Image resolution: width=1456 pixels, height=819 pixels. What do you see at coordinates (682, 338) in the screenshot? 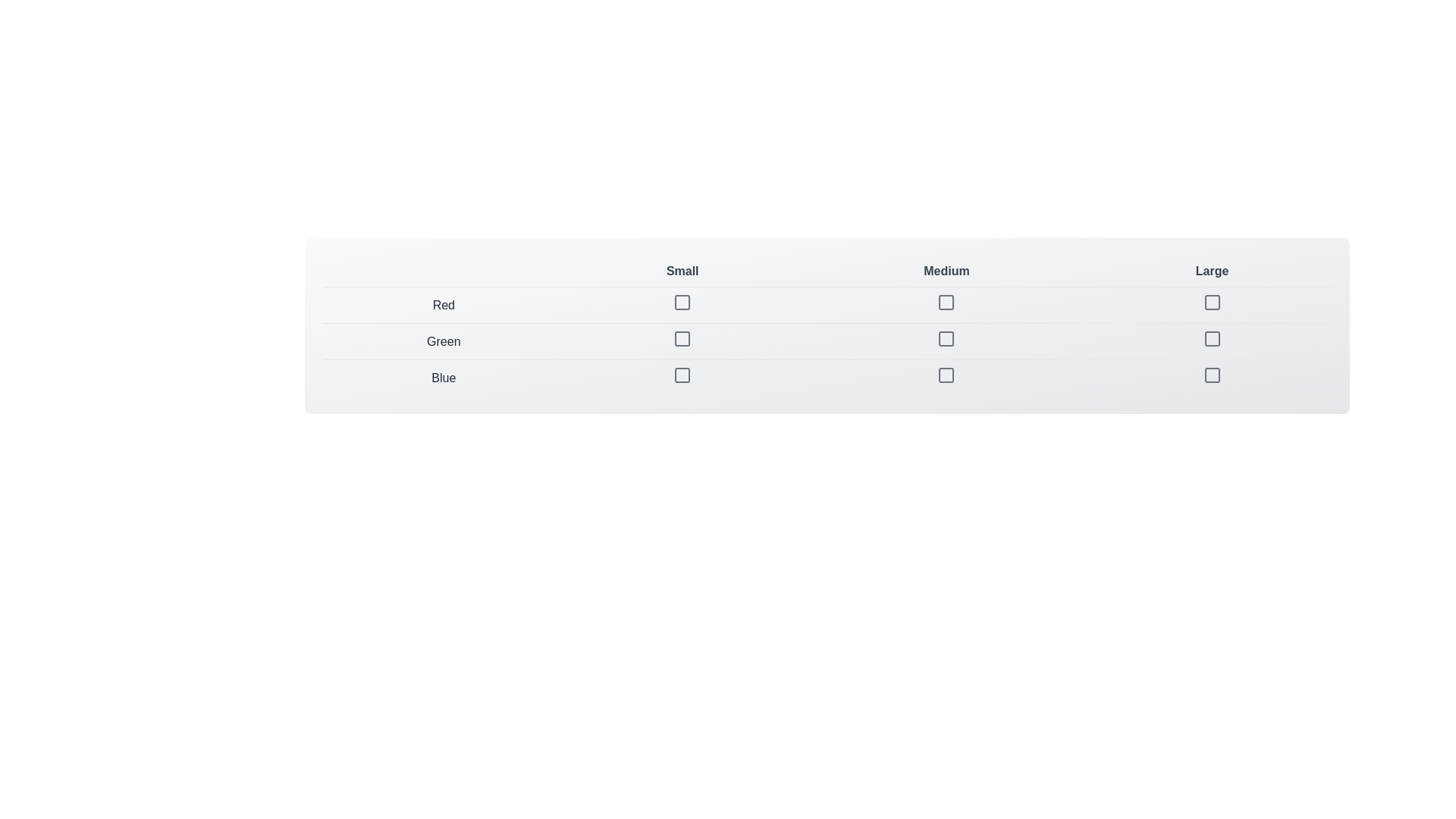
I see `the square checkbox located in the 'Small' column and 'Green' row of the table` at bounding box center [682, 338].